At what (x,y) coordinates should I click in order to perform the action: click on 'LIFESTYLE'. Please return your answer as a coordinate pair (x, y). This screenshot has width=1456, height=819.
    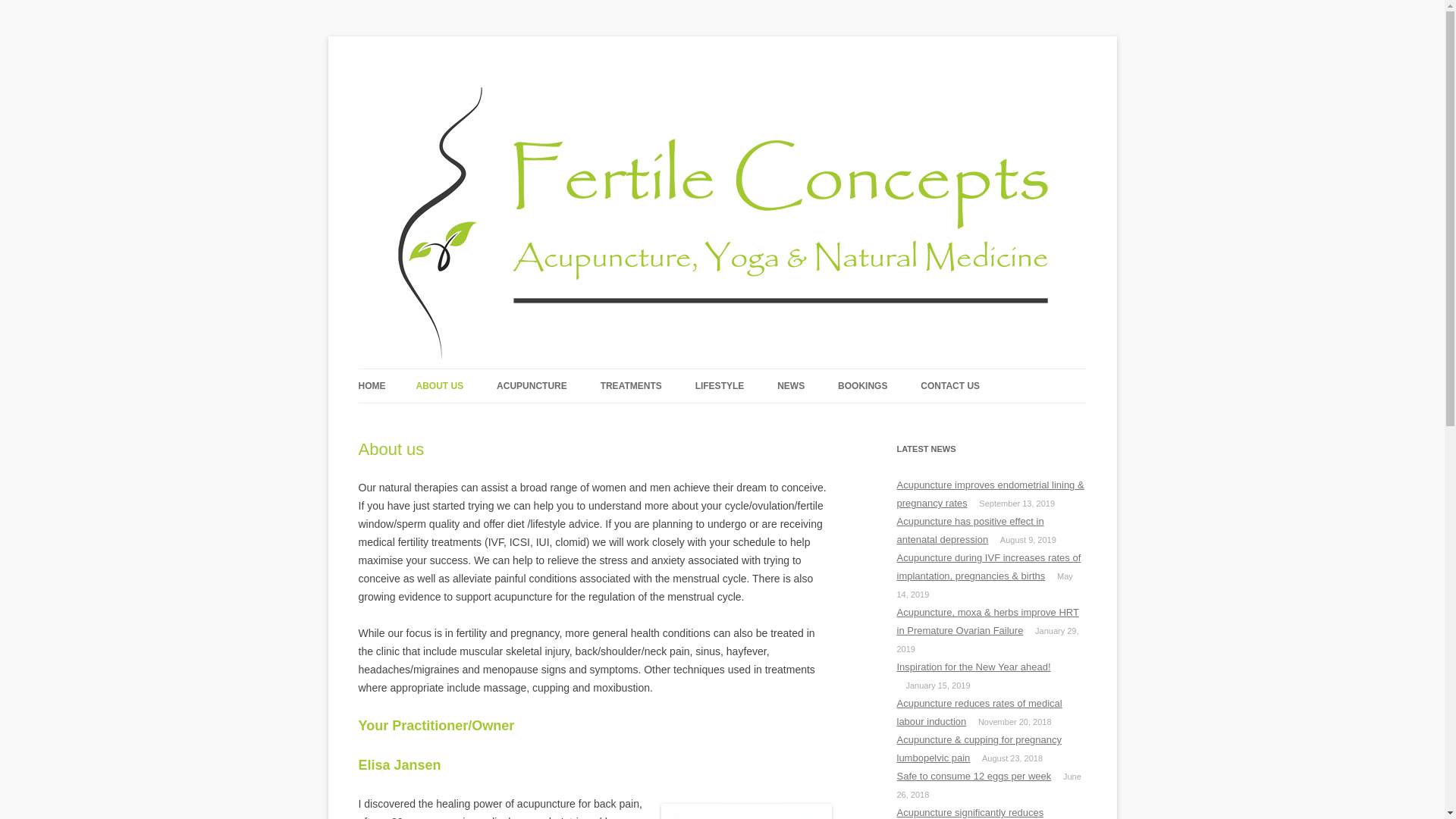
    Looking at the image, I should click on (719, 385).